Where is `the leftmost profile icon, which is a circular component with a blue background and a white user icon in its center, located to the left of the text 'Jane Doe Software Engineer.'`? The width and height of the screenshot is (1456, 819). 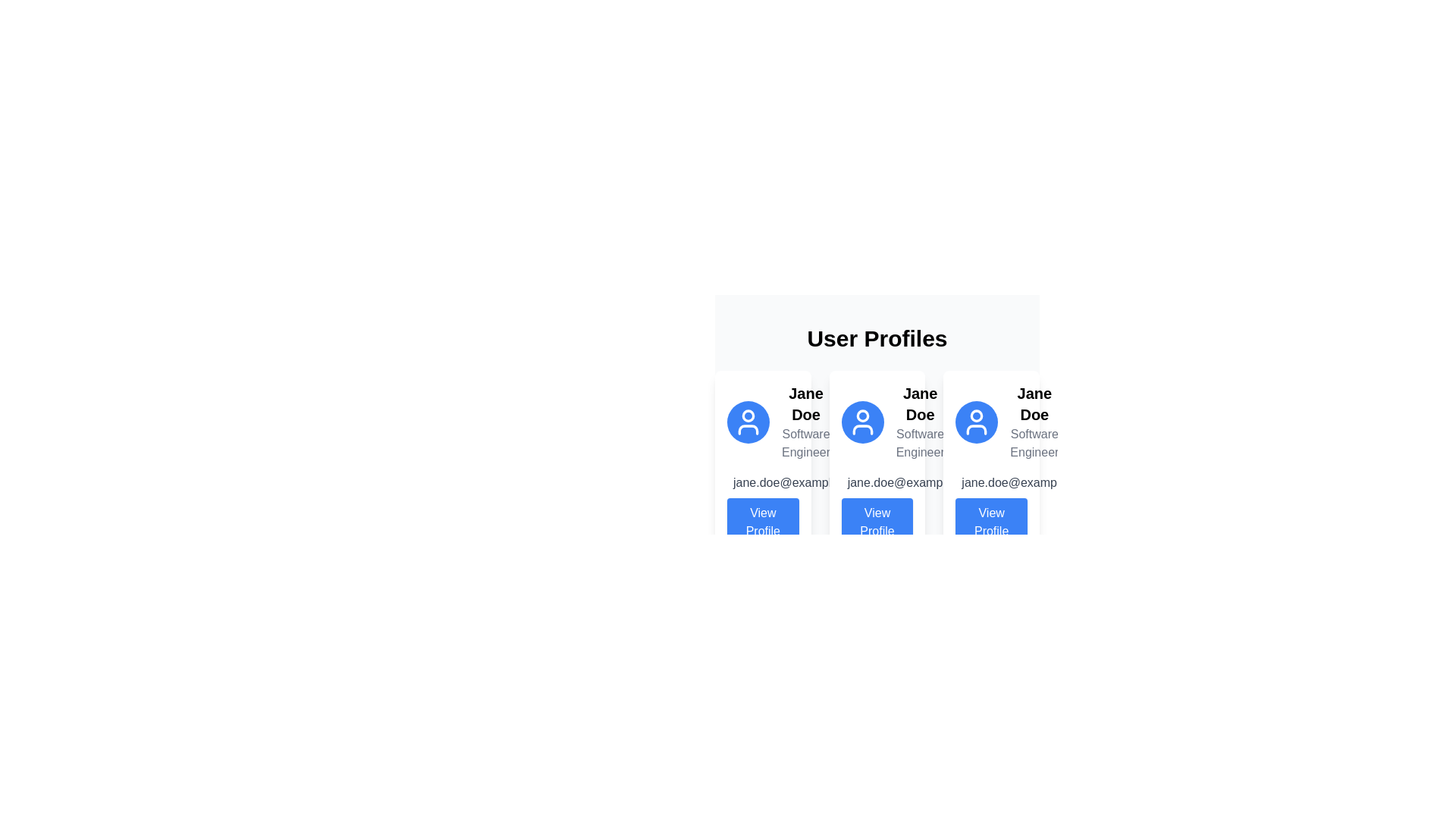
the leftmost profile icon, which is a circular component with a blue background and a white user icon in its center, located to the left of the text 'Jane Doe Software Engineer.' is located at coordinates (748, 422).